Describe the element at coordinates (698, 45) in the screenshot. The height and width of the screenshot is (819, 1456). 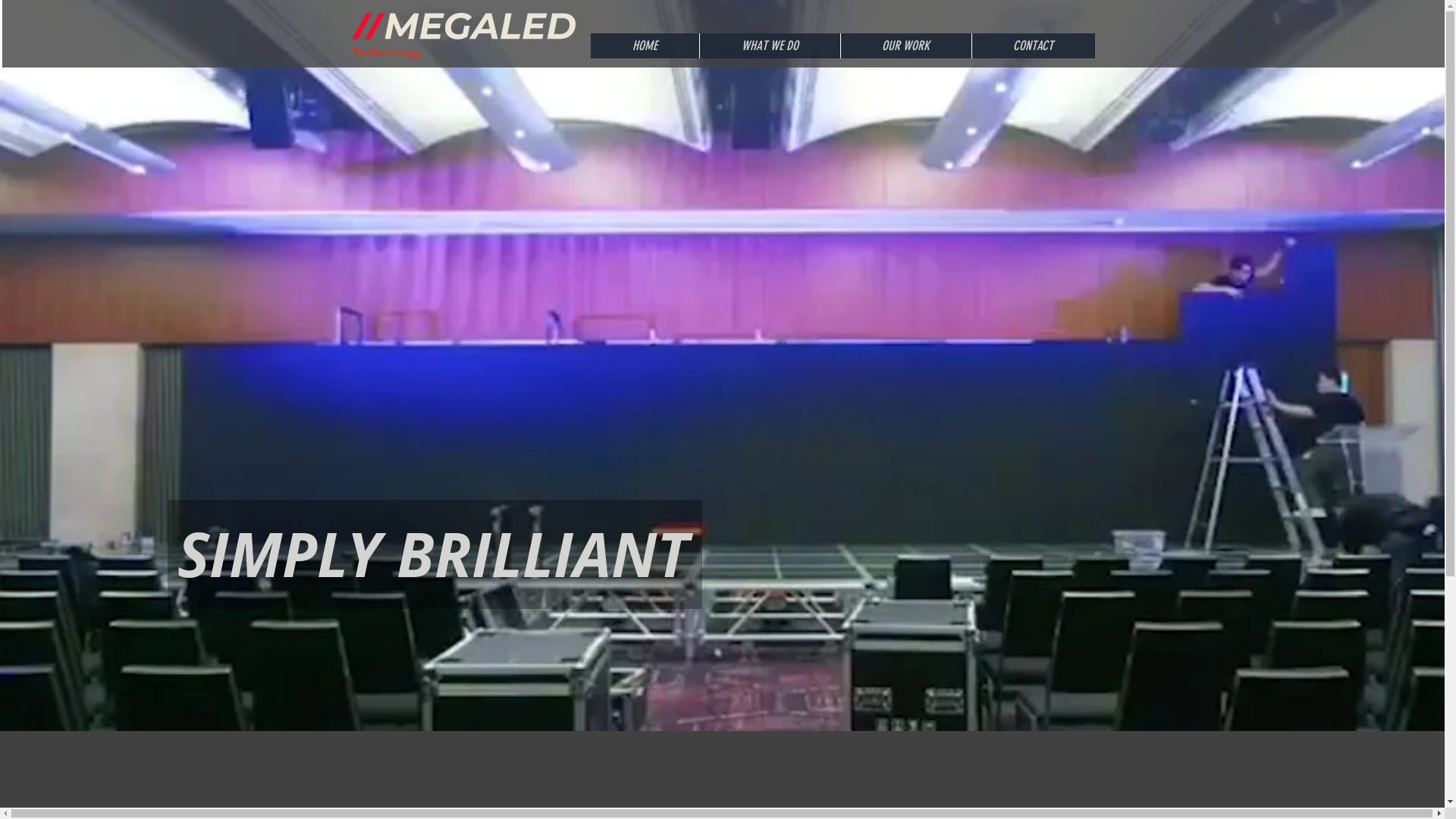
I see `'WHAT WE DO'` at that location.